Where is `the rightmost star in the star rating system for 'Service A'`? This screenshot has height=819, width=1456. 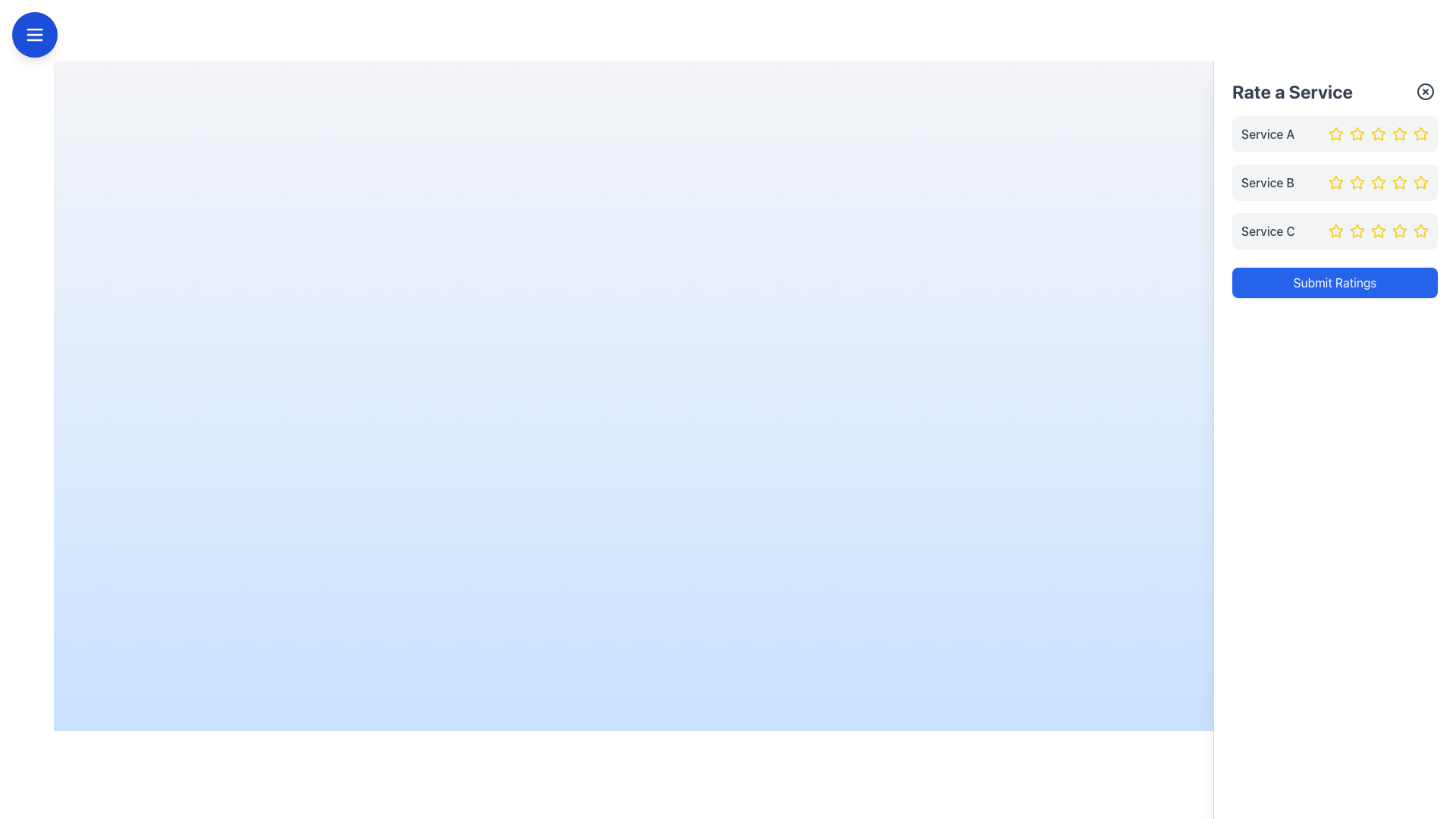 the rightmost star in the star rating system for 'Service A' is located at coordinates (1420, 133).